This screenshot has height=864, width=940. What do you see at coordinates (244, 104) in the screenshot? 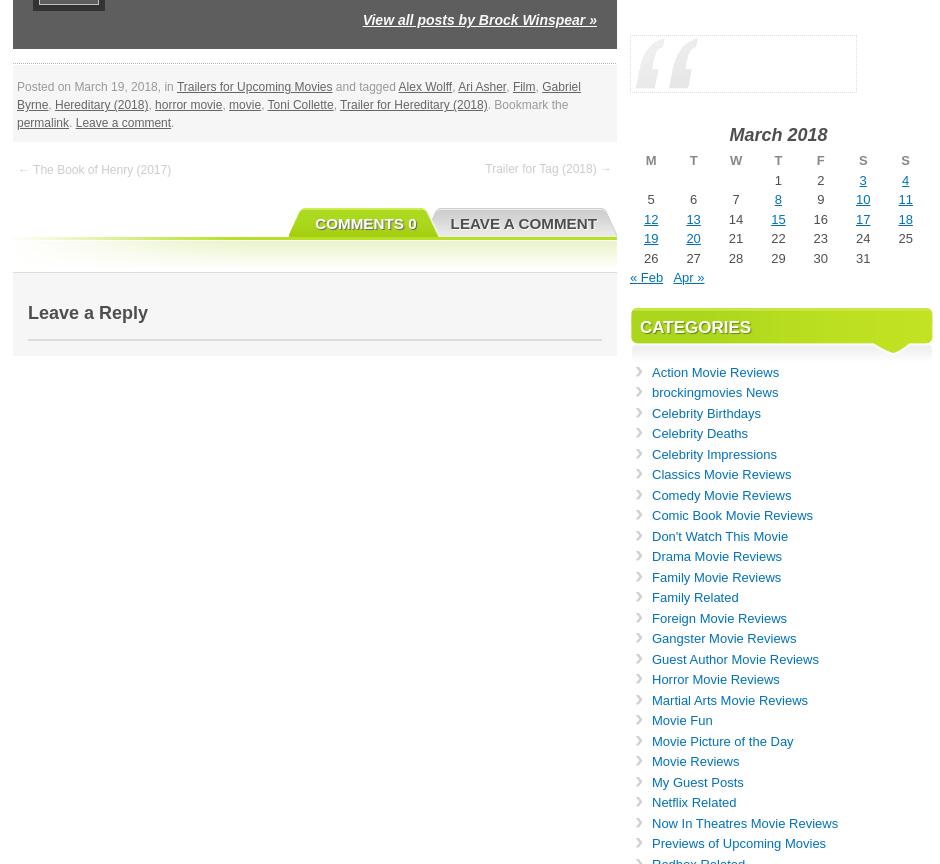
I see `'movie'` at bounding box center [244, 104].